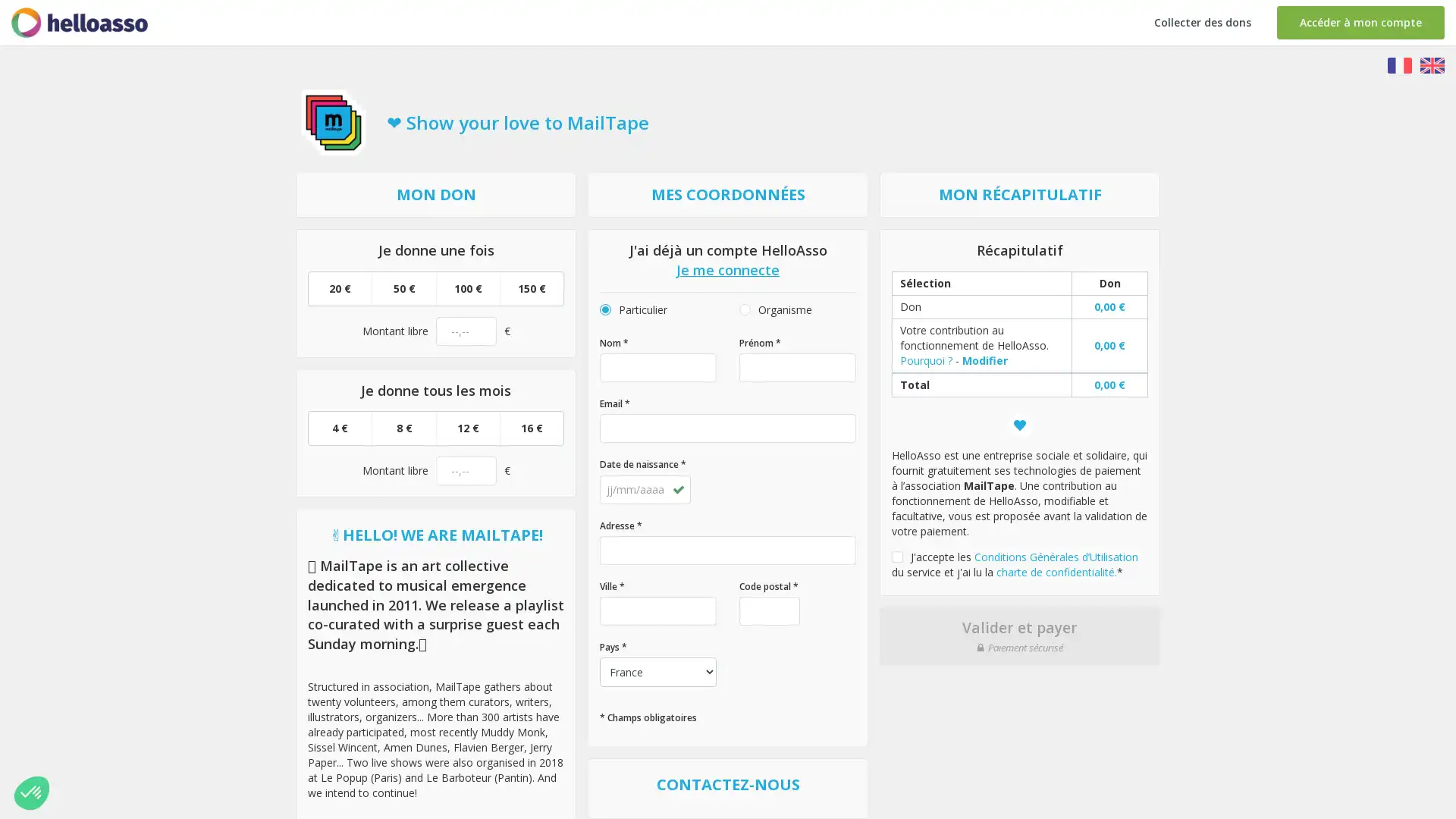  Describe the element at coordinates (174, 716) in the screenshot. I see `Consentements certifies par` at that location.